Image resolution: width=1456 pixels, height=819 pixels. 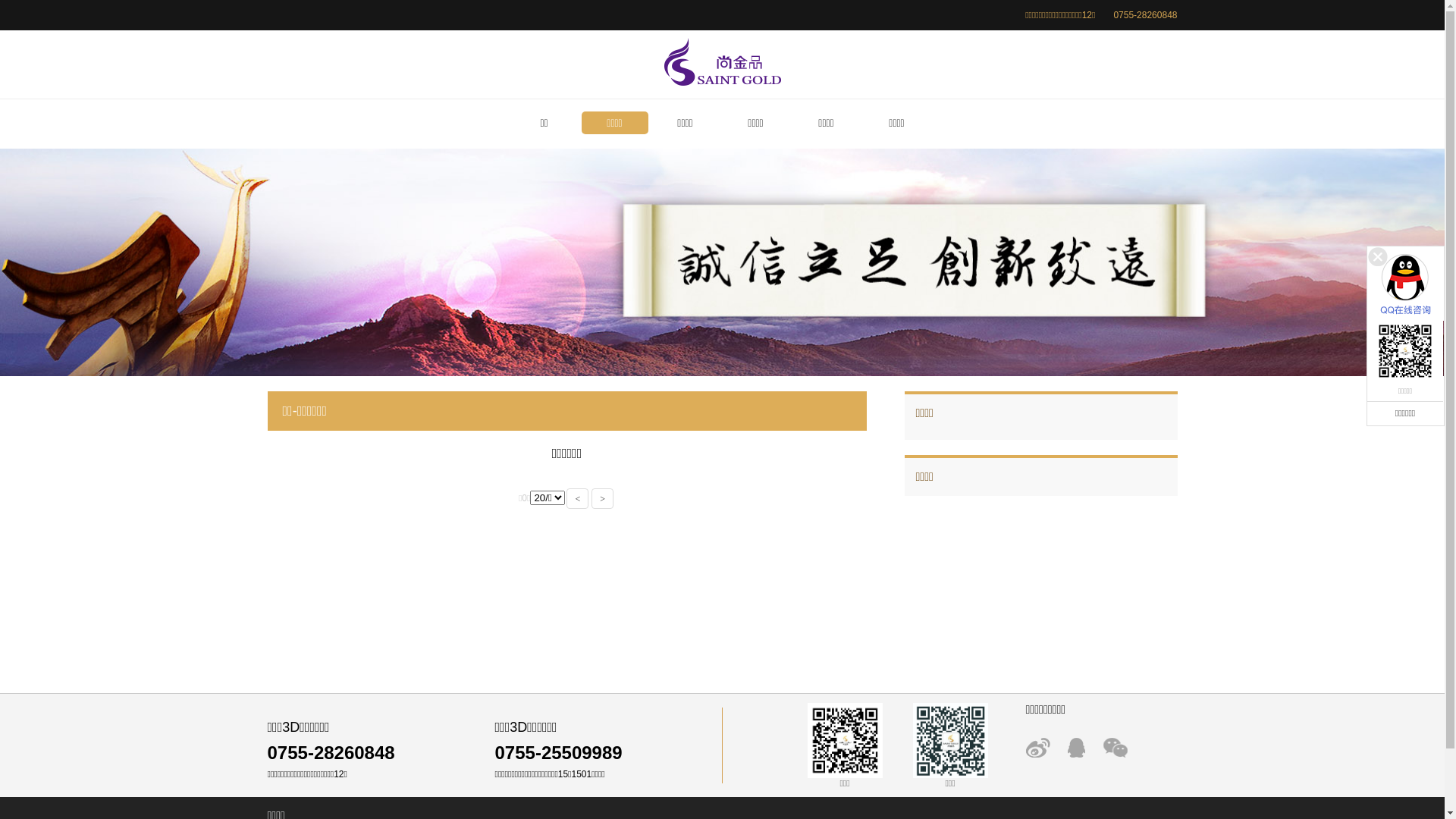 I want to click on '>', so click(x=601, y=498).